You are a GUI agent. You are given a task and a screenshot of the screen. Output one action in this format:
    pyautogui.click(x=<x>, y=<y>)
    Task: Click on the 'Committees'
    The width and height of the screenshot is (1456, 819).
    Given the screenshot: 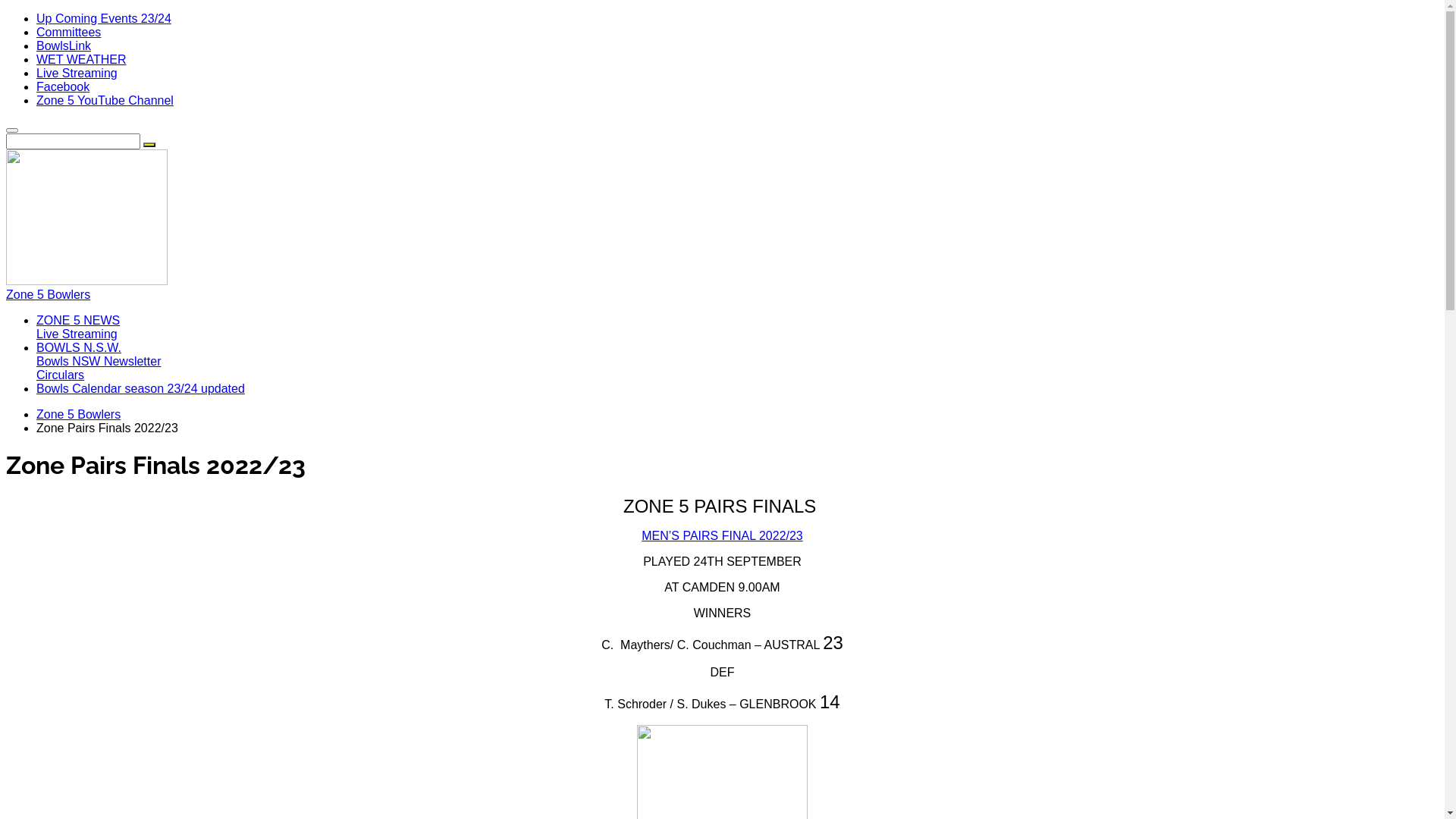 What is the action you would take?
    pyautogui.click(x=36, y=32)
    